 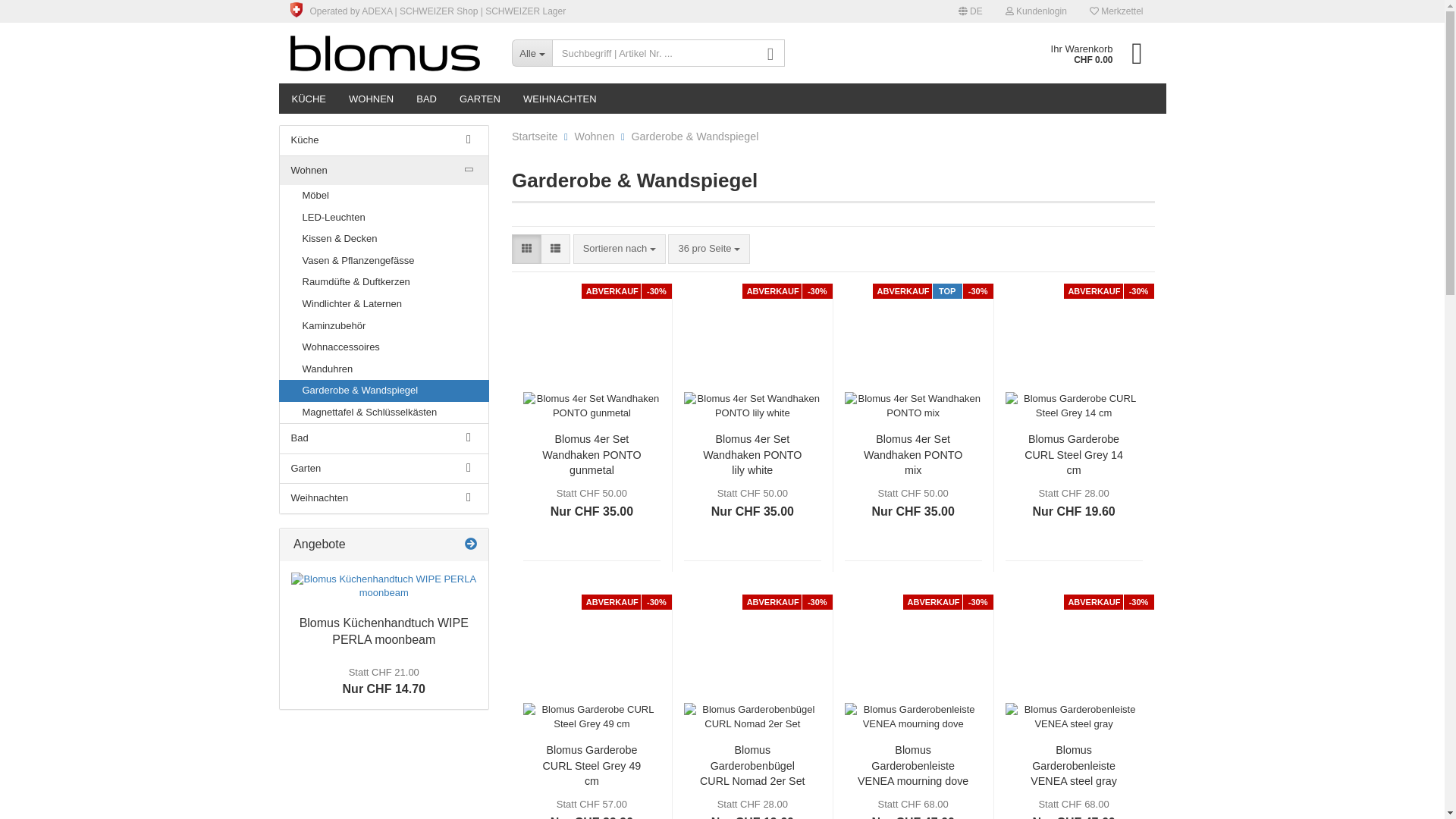 What do you see at coordinates (425, 99) in the screenshot?
I see `'BAD'` at bounding box center [425, 99].